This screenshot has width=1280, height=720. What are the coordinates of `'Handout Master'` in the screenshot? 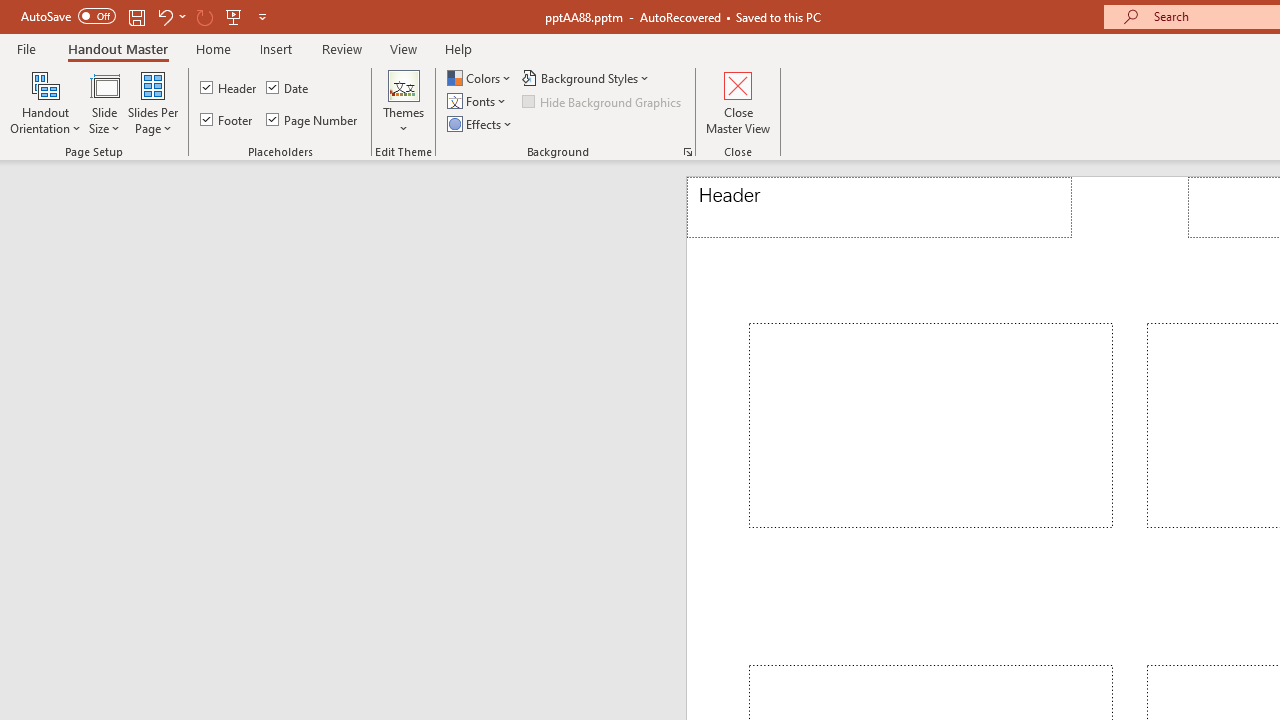 It's located at (116, 48).